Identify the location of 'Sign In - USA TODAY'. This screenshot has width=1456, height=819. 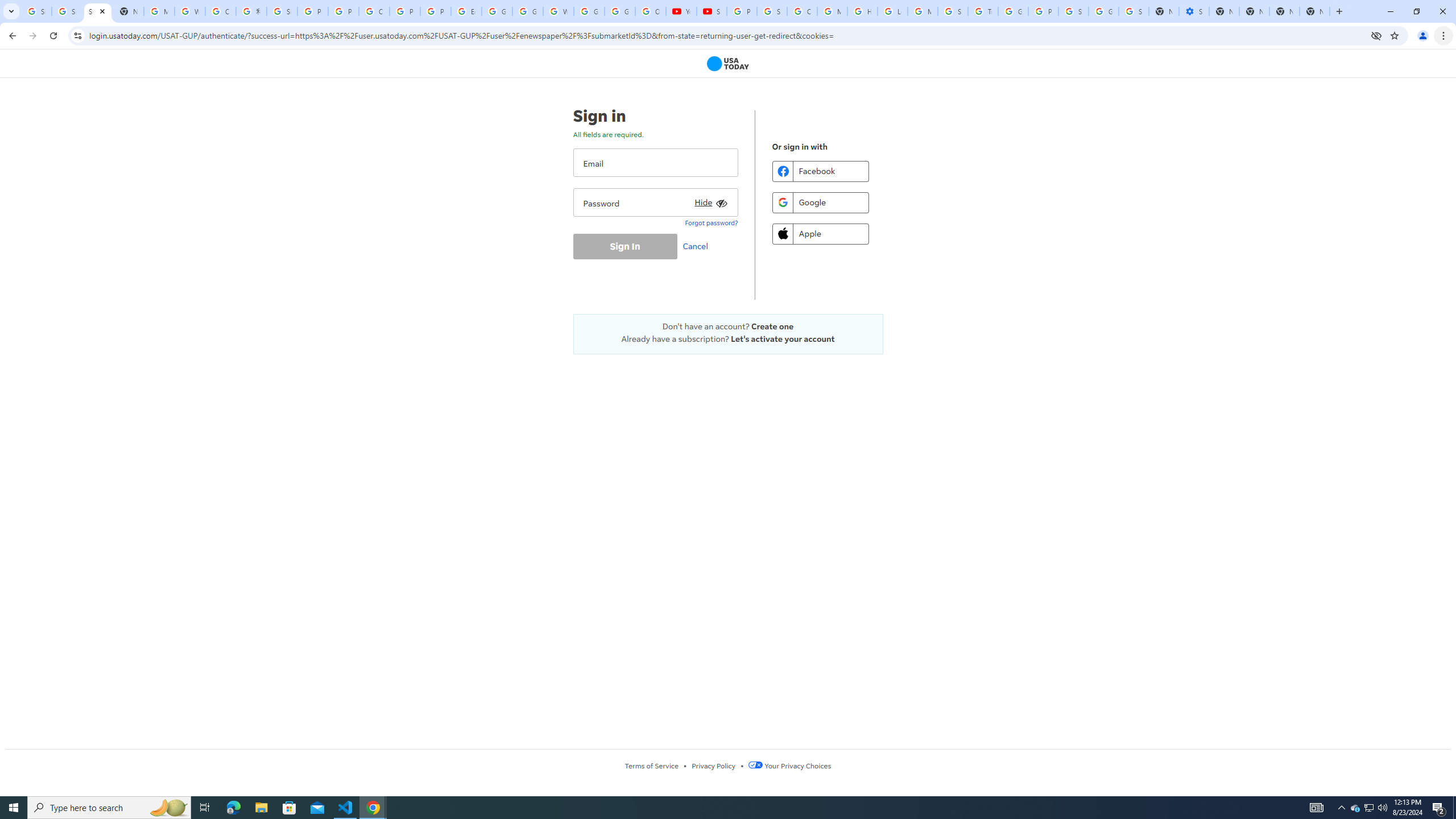
(97, 11).